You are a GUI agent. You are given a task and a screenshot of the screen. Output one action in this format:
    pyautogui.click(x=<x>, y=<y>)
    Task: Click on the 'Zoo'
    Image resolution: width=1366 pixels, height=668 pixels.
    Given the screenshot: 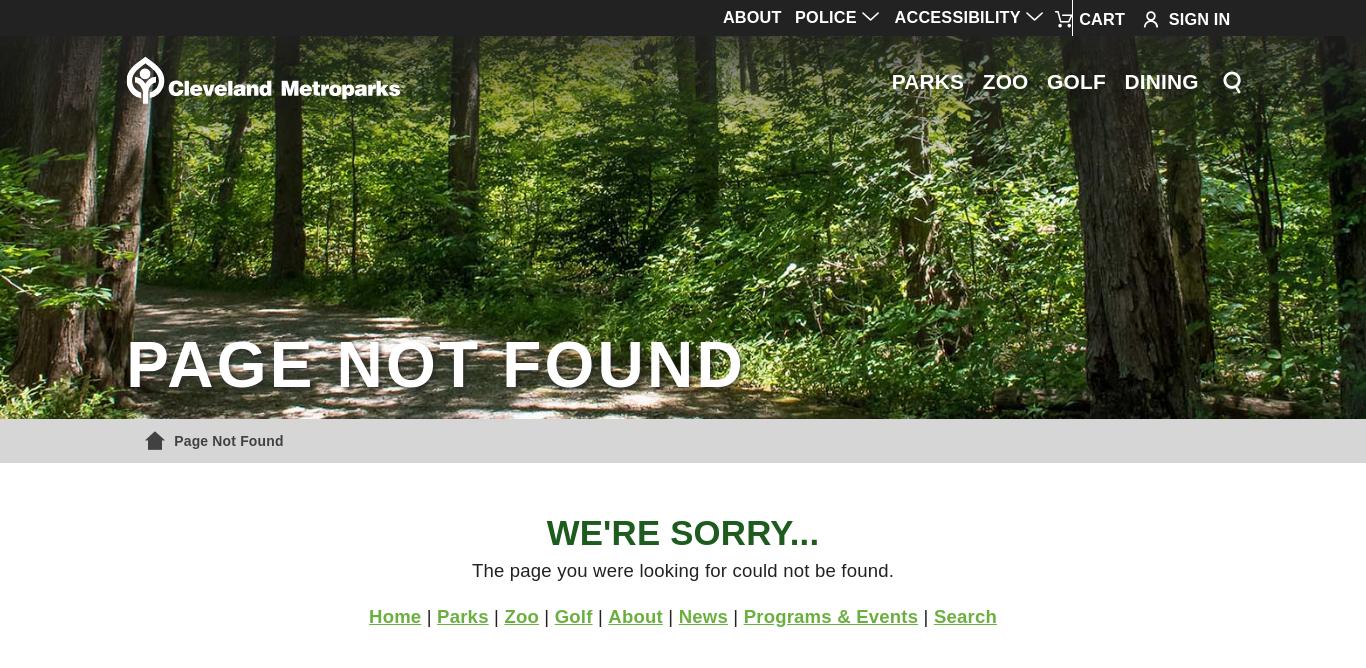 What is the action you would take?
    pyautogui.click(x=504, y=614)
    